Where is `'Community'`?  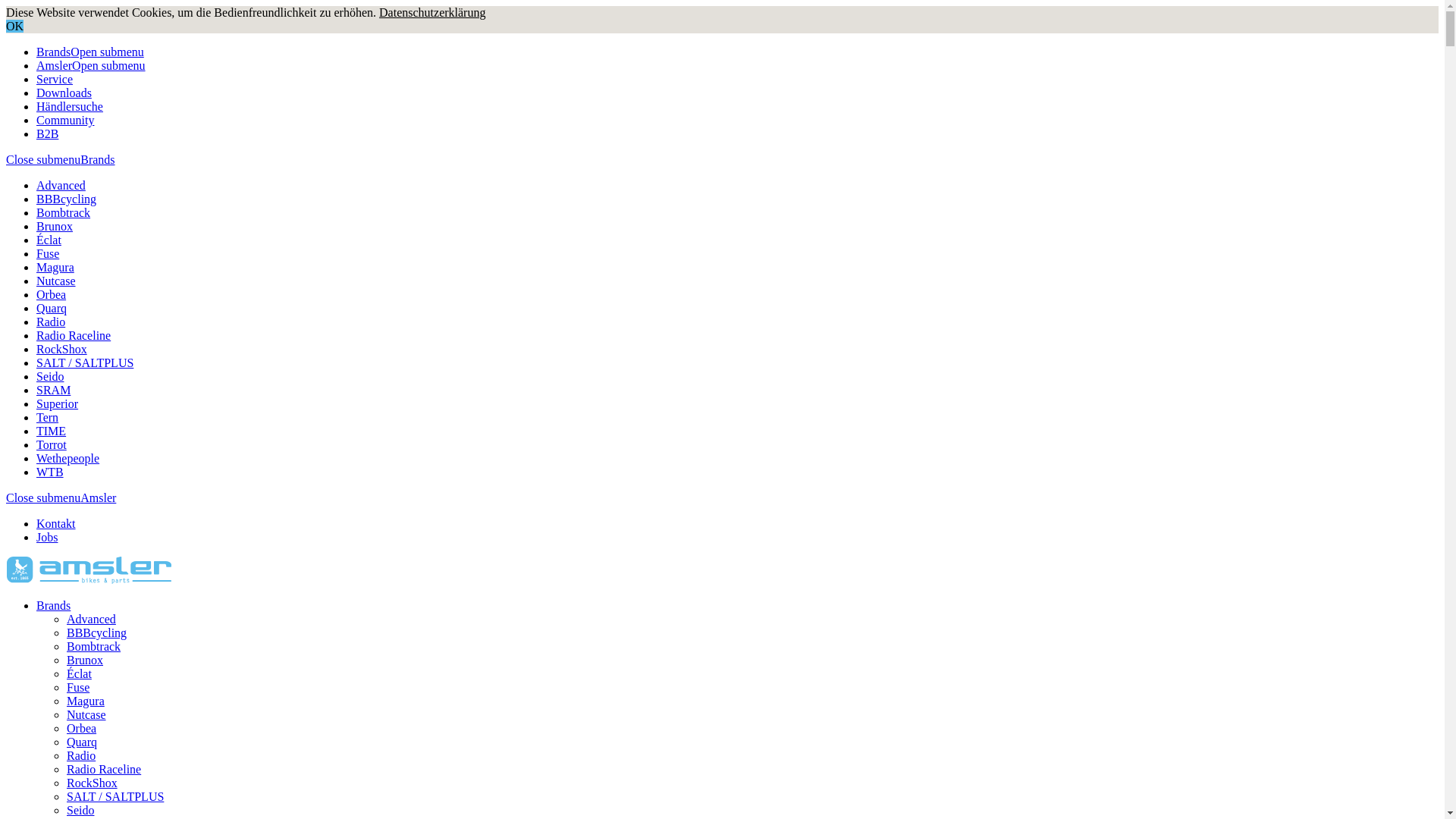 'Community' is located at coordinates (64, 119).